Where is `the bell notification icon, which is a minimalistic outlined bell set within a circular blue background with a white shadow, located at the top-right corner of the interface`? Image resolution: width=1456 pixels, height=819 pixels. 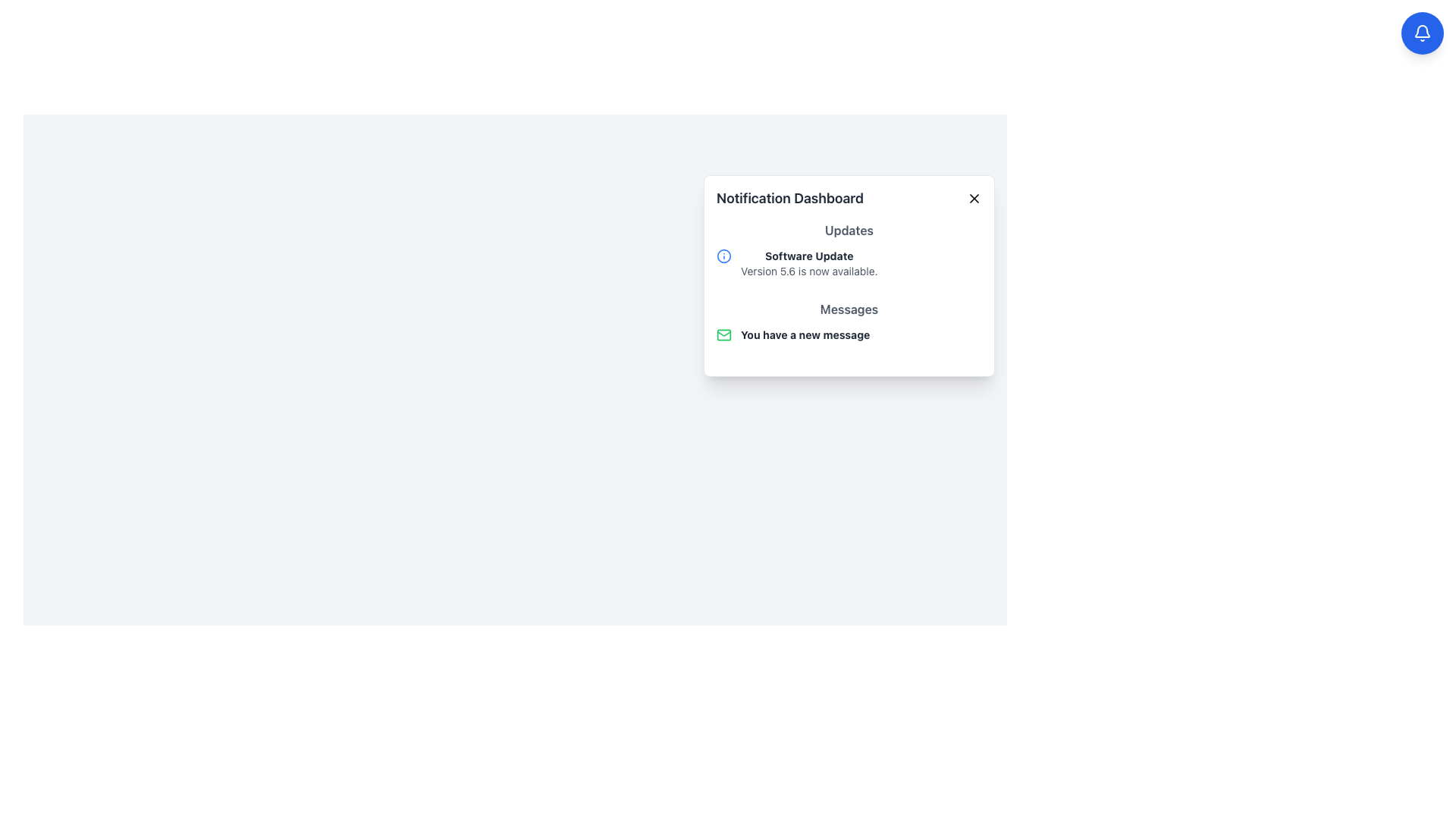
the bell notification icon, which is a minimalistic outlined bell set within a circular blue background with a white shadow, located at the top-right corner of the interface is located at coordinates (1422, 33).